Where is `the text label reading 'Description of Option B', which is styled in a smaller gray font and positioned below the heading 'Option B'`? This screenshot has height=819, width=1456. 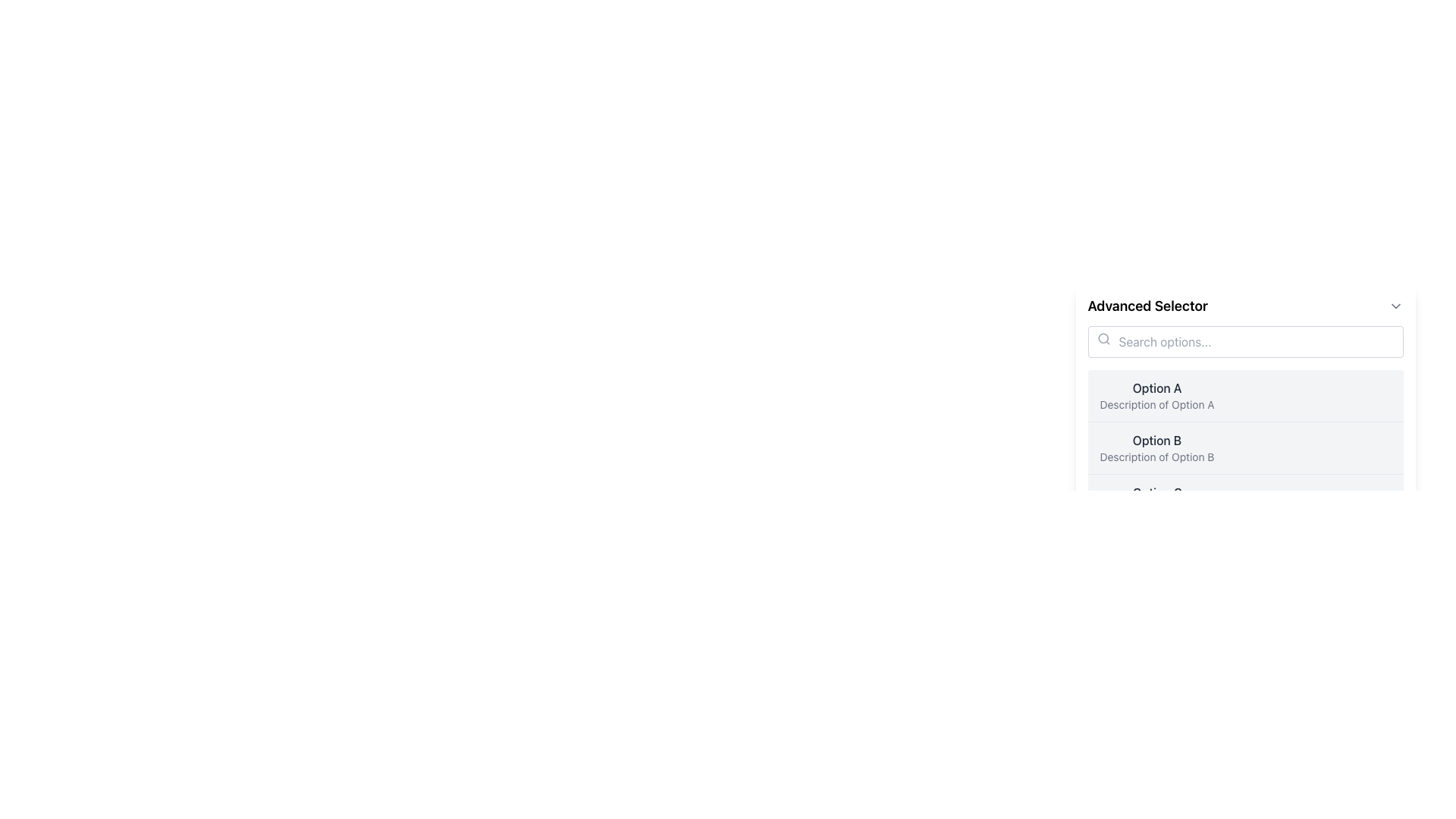
the text label reading 'Description of Option B', which is styled in a smaller gray font and positioned below the heading 'Option B' is located at coordinates (1156, 456).